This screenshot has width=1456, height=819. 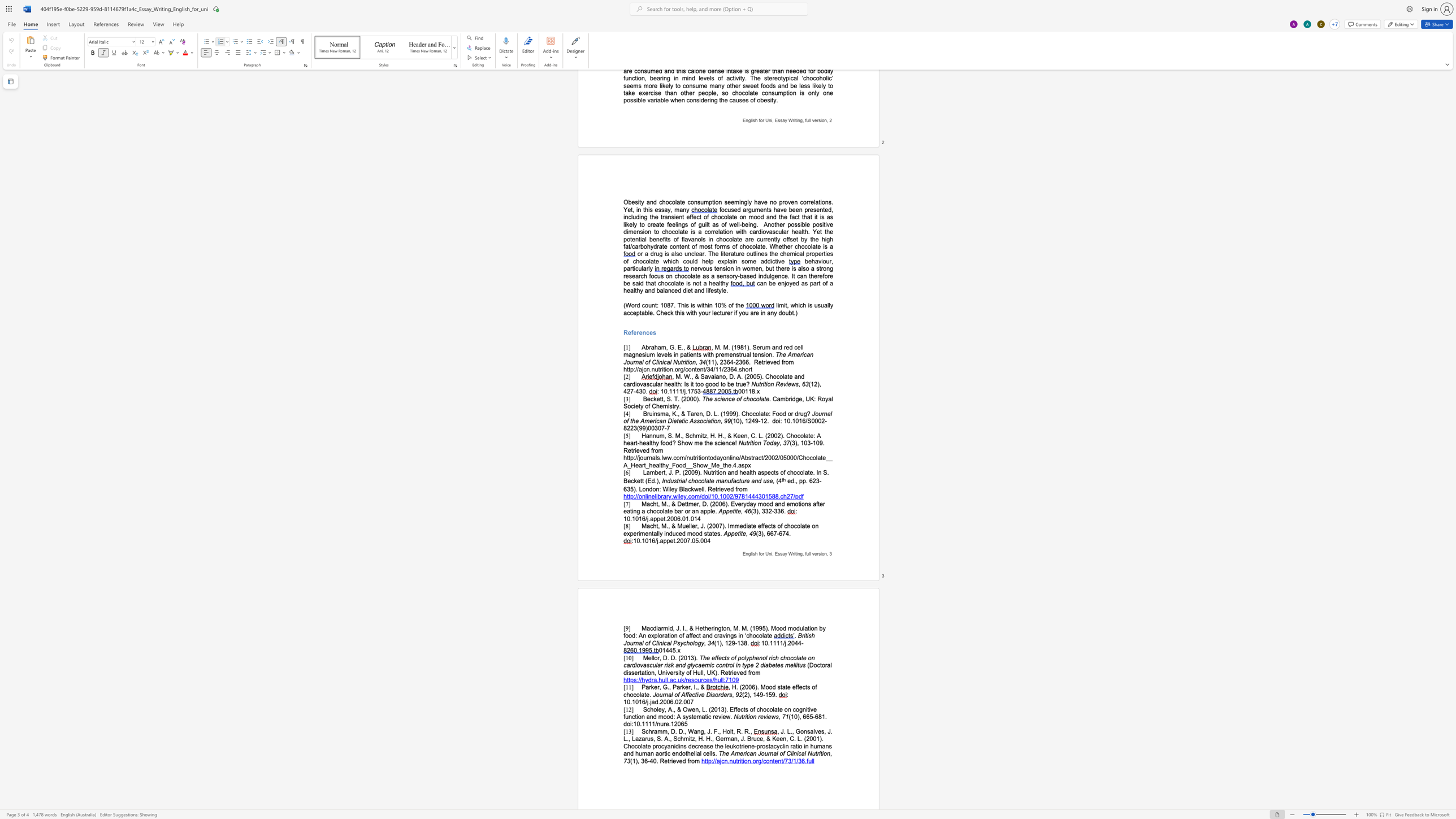 What do you see at coordinates (773, 472) in the screenshot?
I see `the space between the continuous character "c" and "t" in the text` at bounding box center [773, 472].